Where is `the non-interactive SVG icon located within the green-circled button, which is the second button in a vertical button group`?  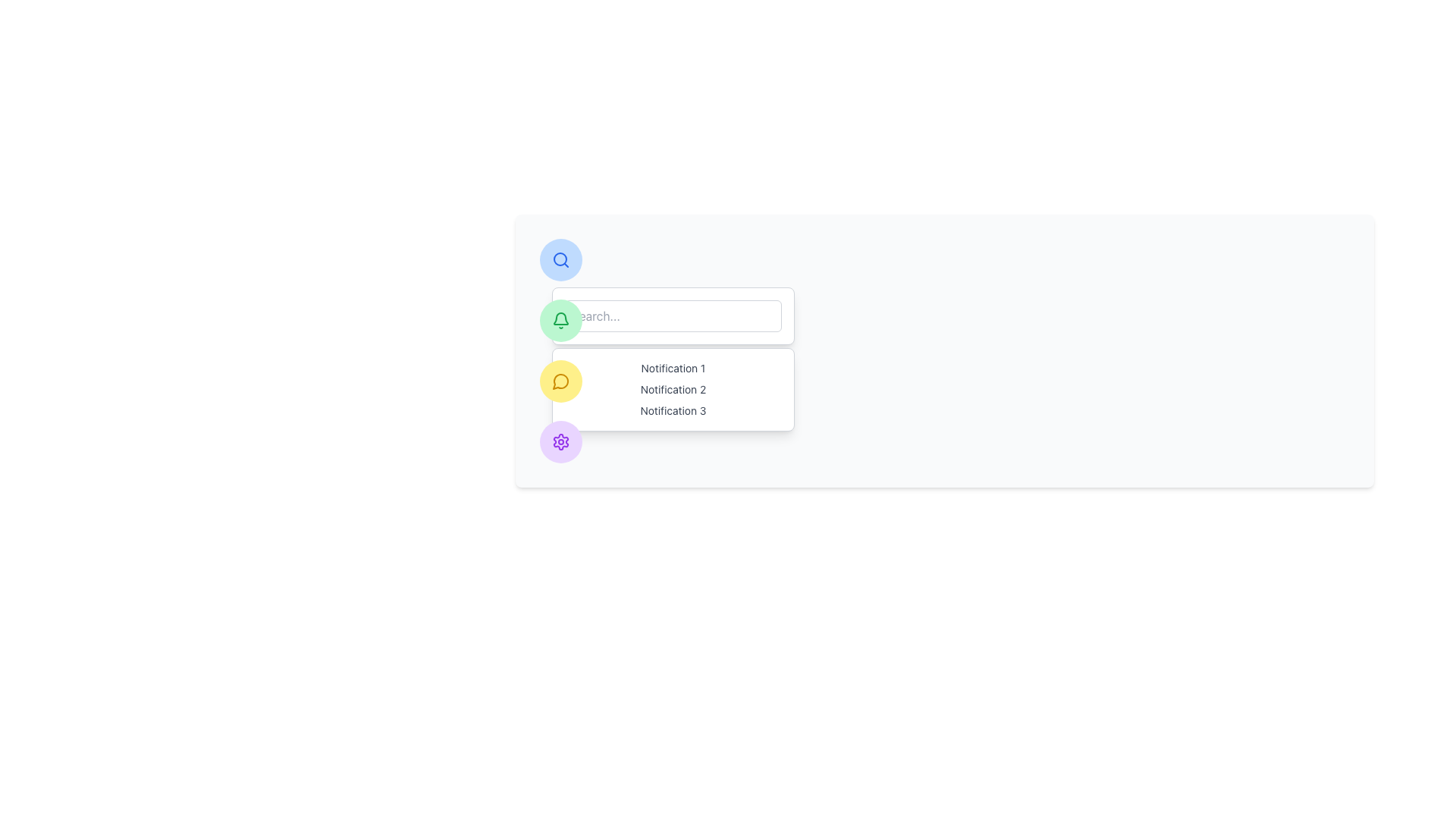 the non-interactive SVG icon located within the green-circled button, which is the second button in a vertical button group is located at coordinates (560, 381).